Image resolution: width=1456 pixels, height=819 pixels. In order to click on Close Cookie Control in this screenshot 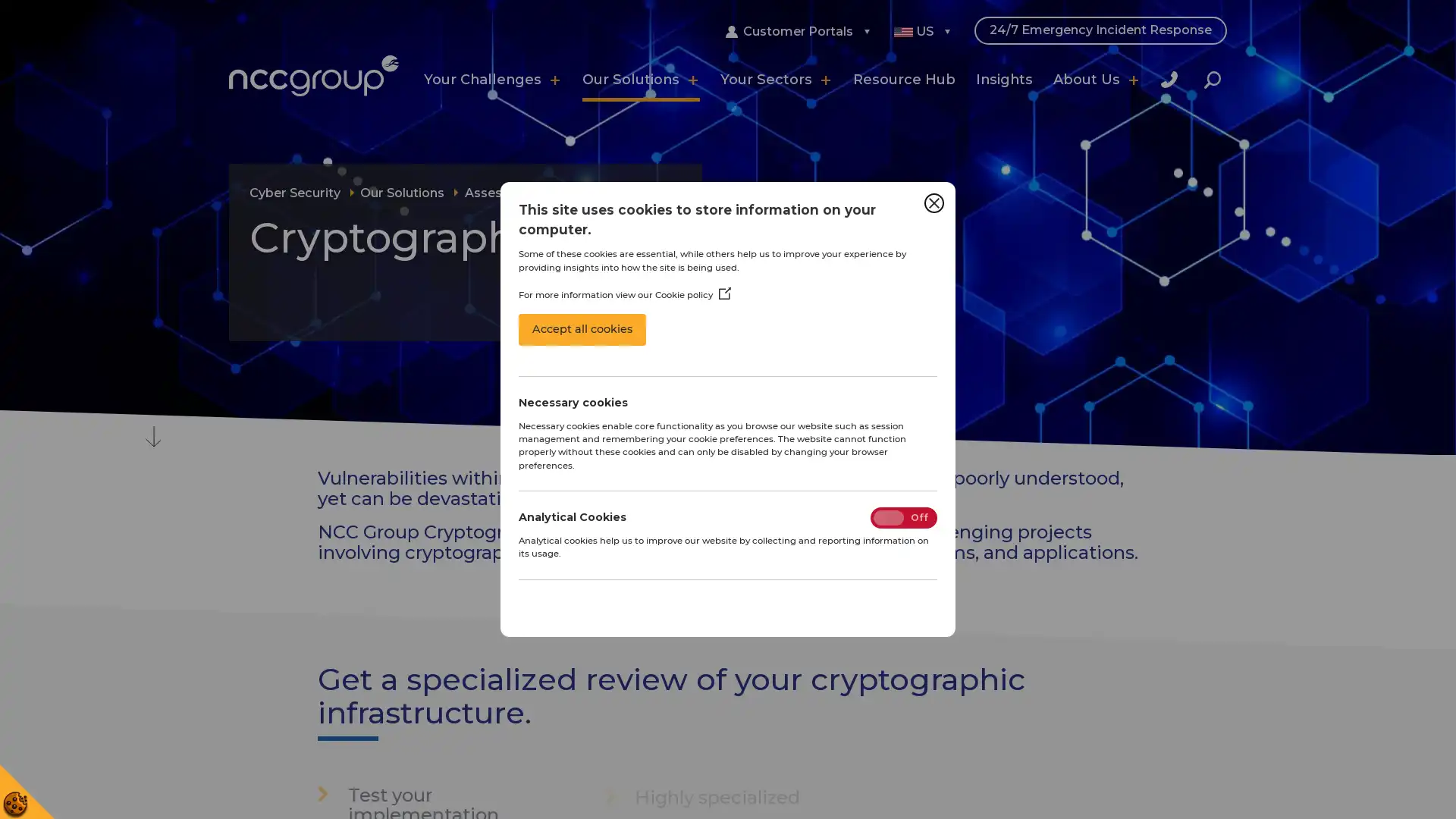, I will do `click(934, 202)`.